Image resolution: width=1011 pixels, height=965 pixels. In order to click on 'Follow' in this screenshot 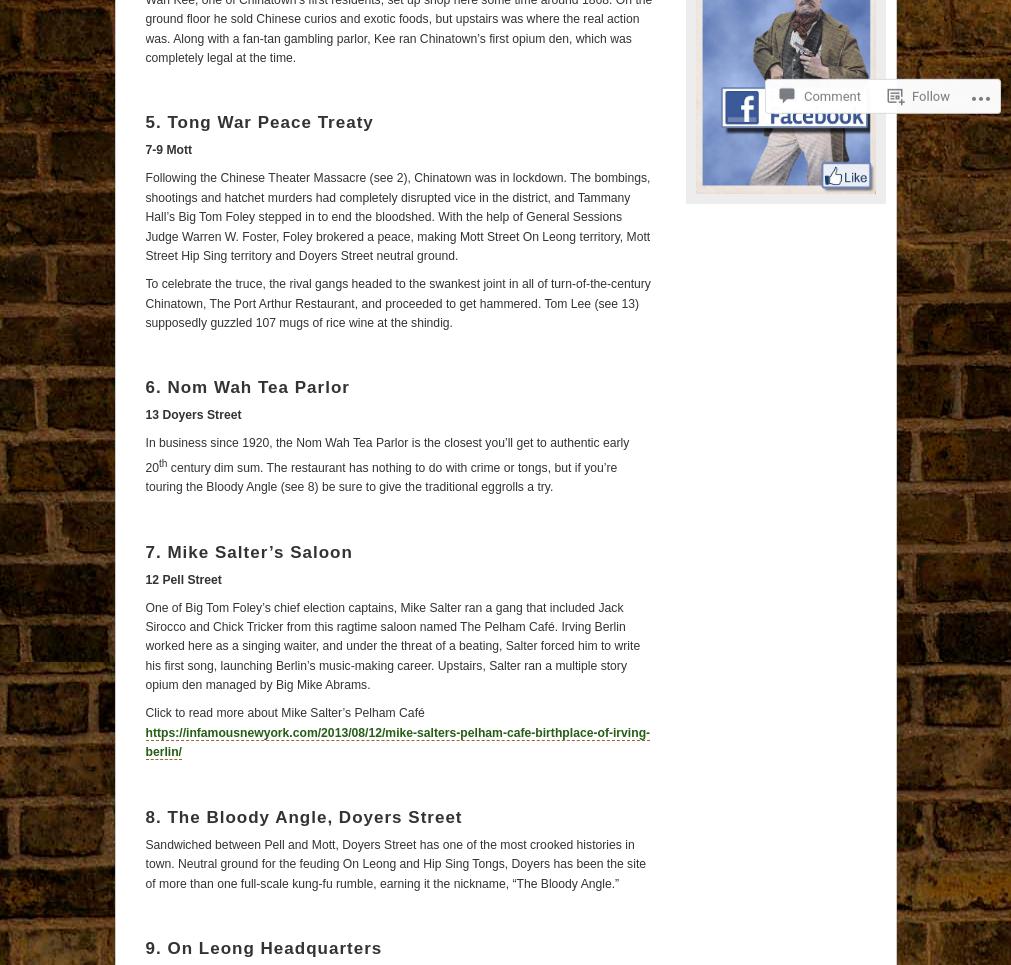, I will do `click(930, 42)`.